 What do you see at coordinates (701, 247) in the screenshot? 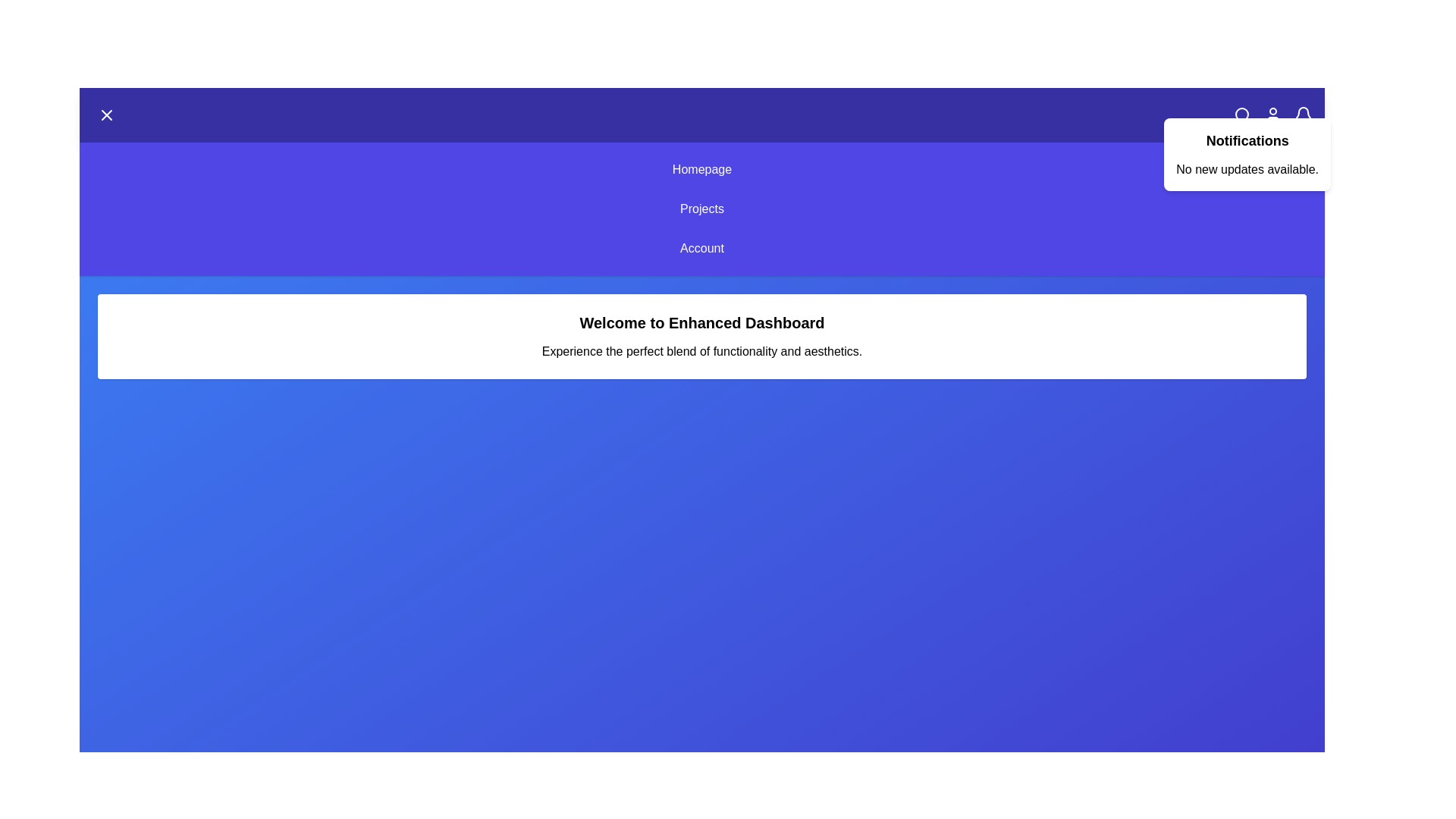
I see `the menu item Account from the available options` at bounding box center [701, 247].